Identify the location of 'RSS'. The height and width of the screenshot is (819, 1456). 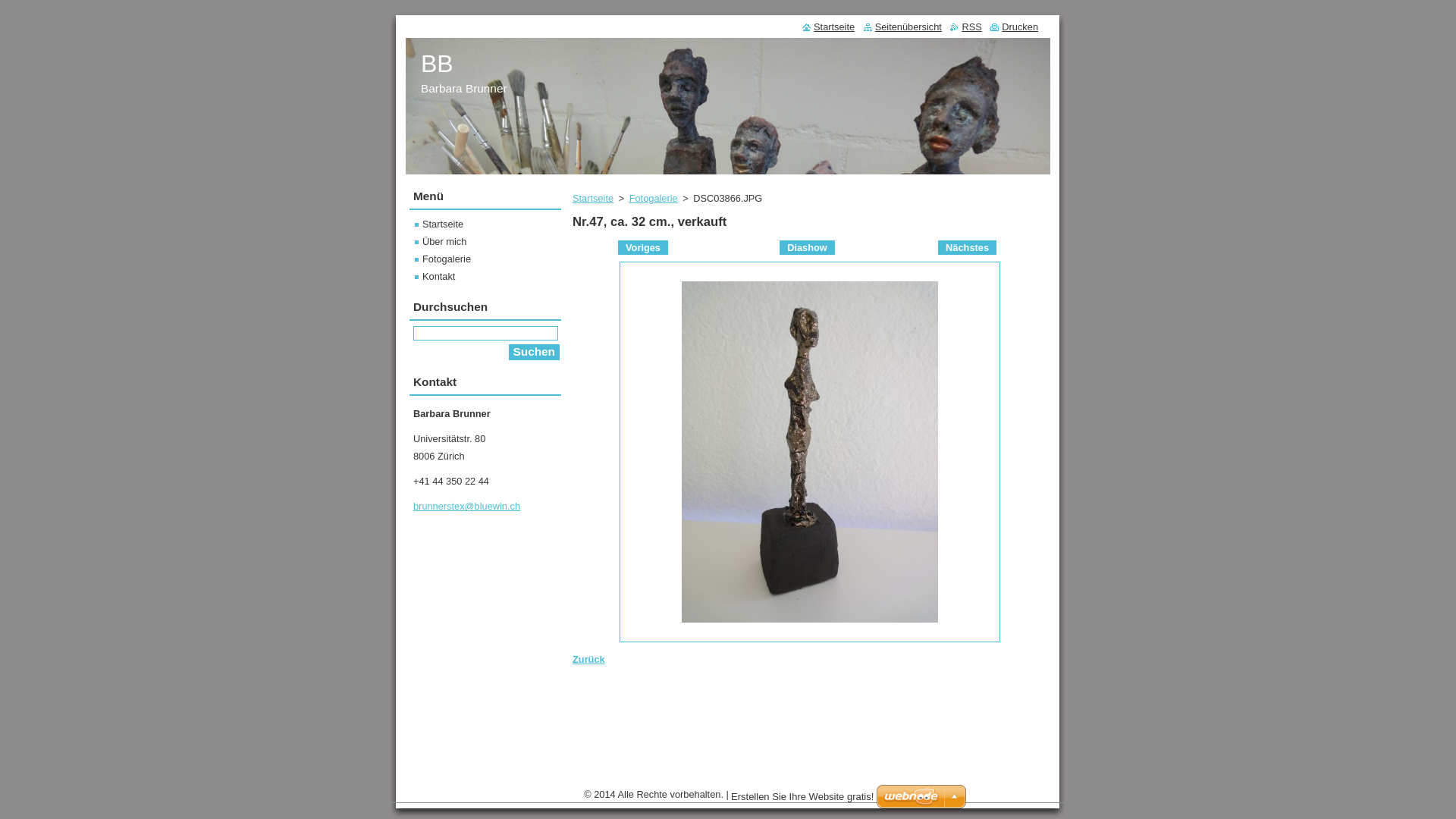
(965, 27).